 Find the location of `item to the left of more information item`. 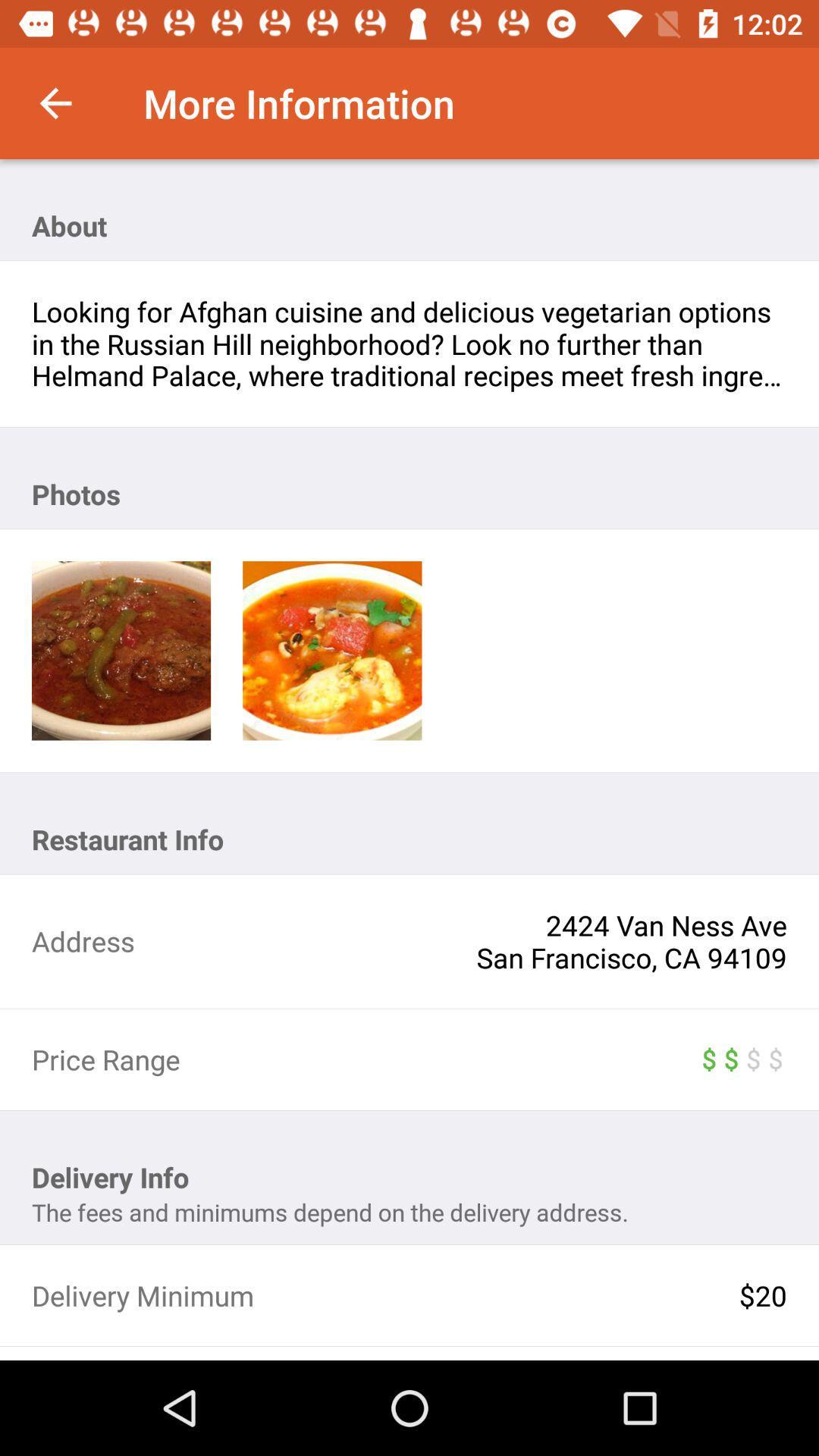

item to the left of more information item is located at coordinates (55, 102).